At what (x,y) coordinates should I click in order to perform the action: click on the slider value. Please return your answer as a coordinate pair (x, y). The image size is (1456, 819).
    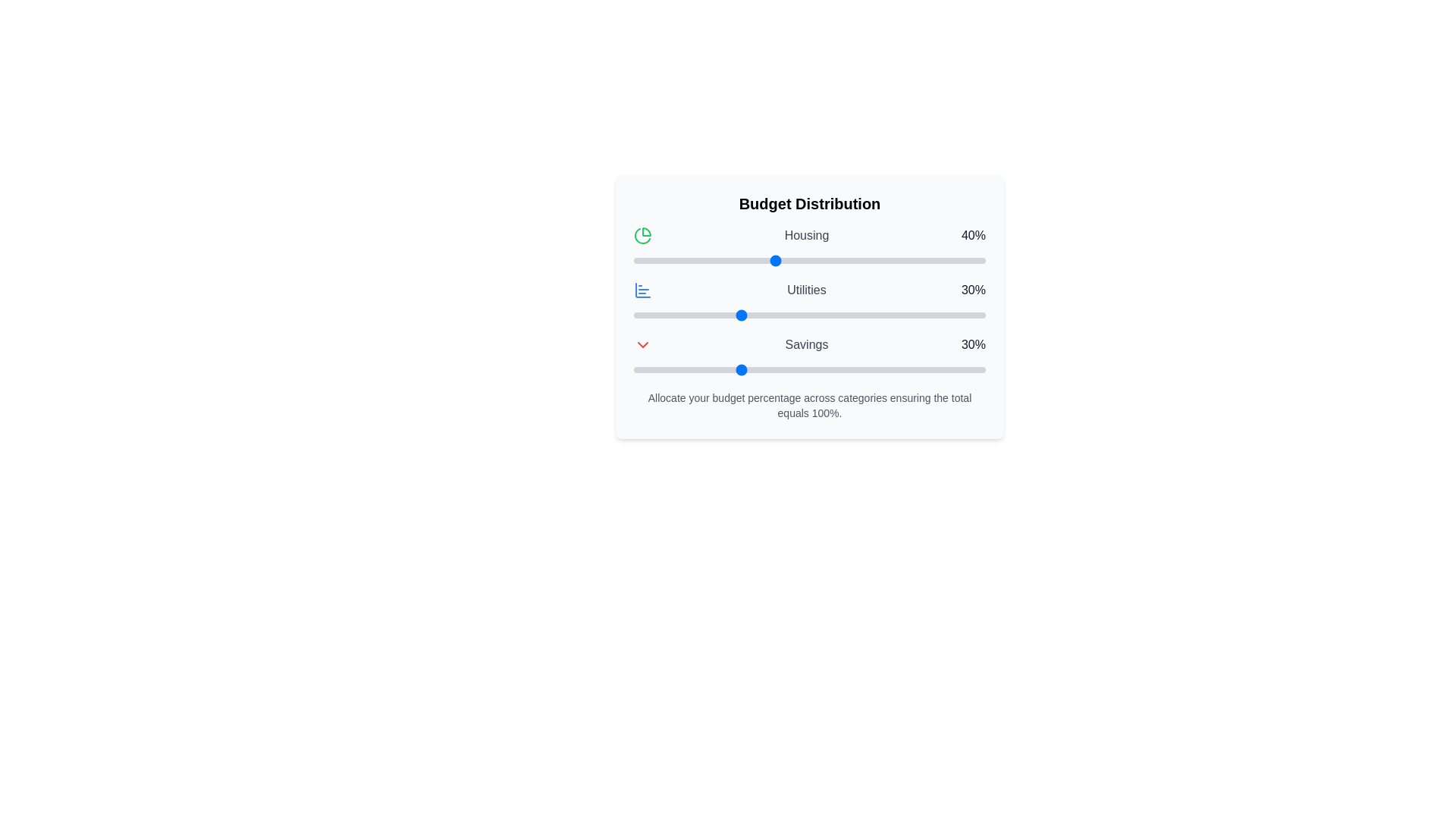
    Looking at the image, I should click on (830, 315).